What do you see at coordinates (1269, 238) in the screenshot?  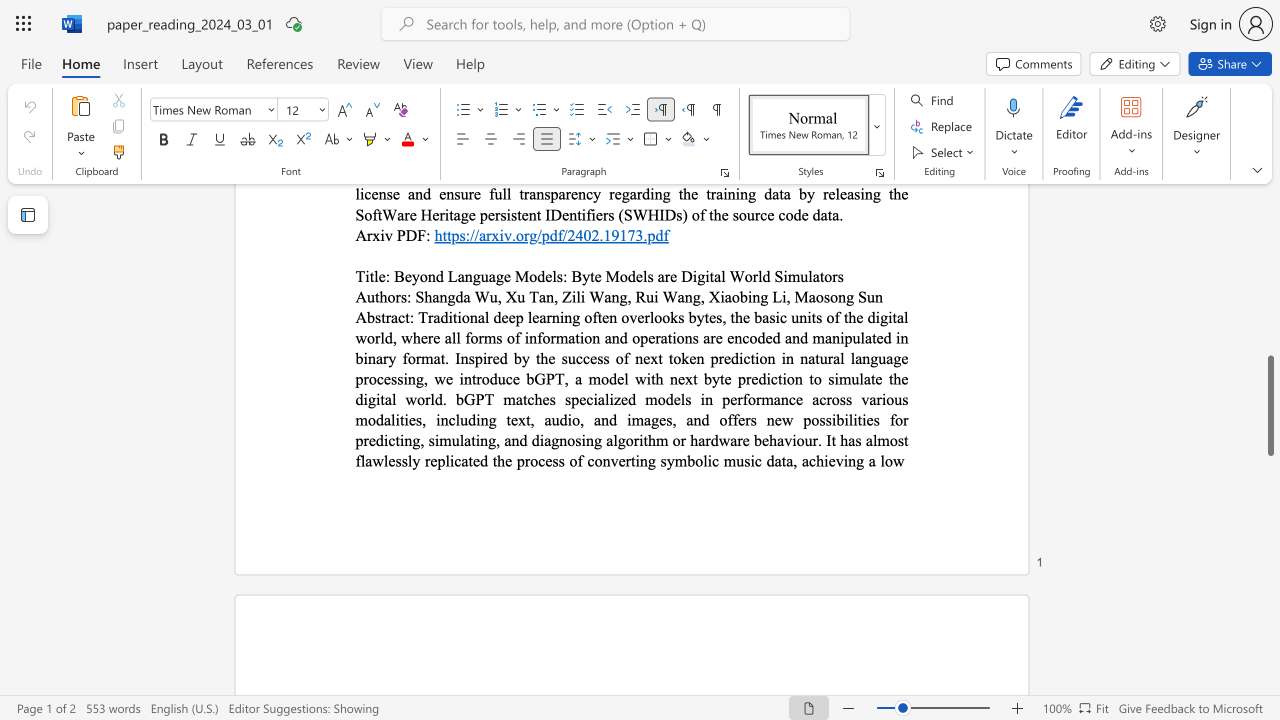 I see `the scrollbar to scroll the page up` at bounding box center [1269, 238].